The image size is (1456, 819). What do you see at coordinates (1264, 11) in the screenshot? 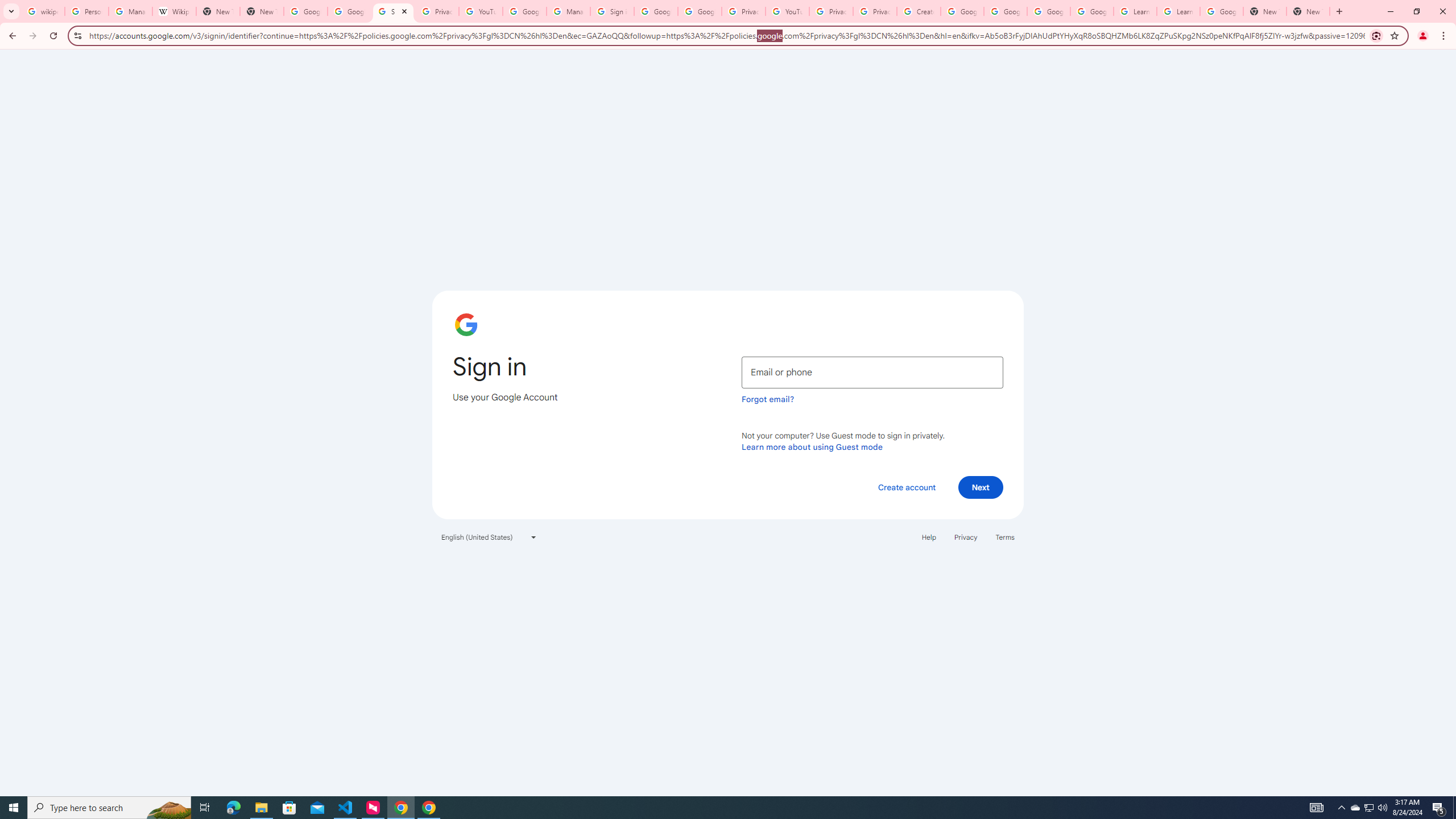
I see `'New Tab'` at bounding box center [1264, 11].